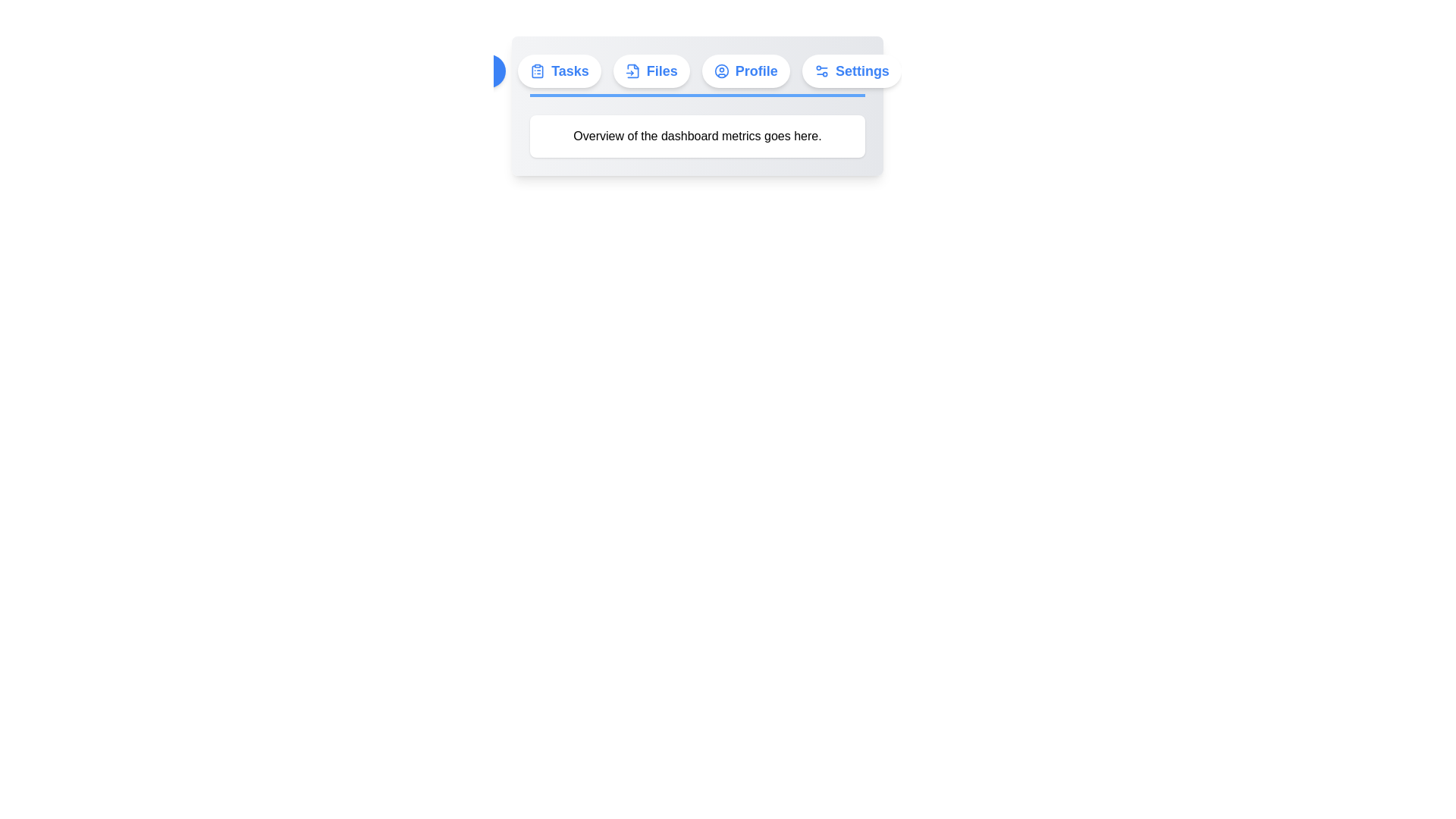 The image size is (1456, 819). What do you see at coordinates (821, 71) in the screenshot?
I see `the settings icon located on the rightmost side of the navigation bar, which visually represents the settings option and complements the 'Settings' label` at bounding box center [821, 71].